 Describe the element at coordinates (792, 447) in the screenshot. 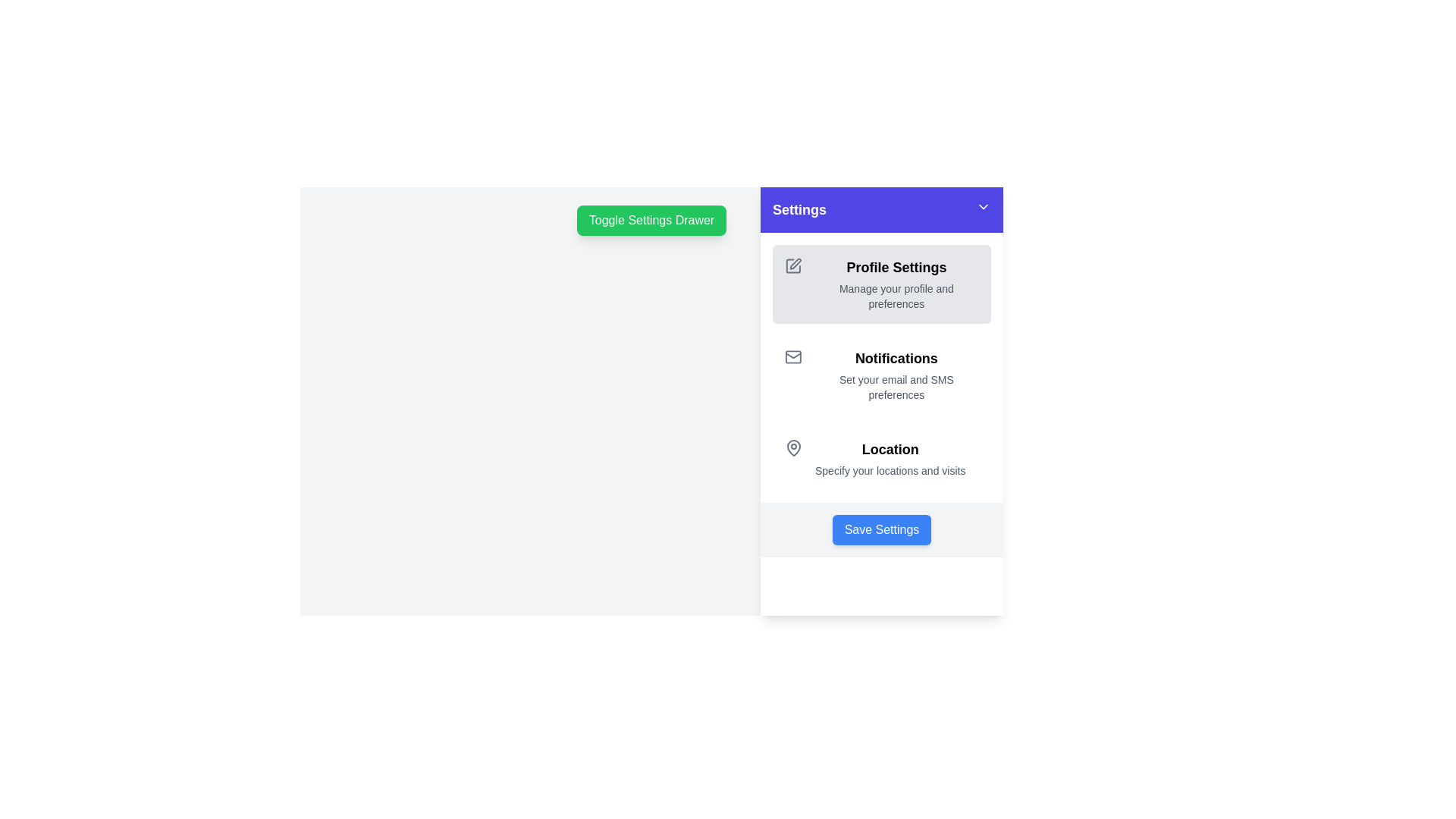

I see `the pin-like icon representing the 'Location' option in the settings menu, which is the third icon in a vertical list` at that location.